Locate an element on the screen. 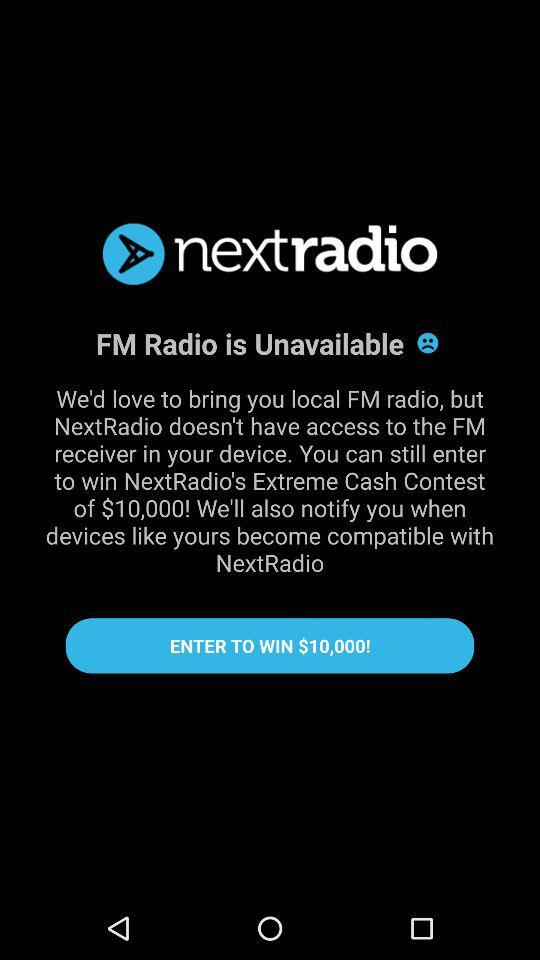 Image resolution: width=540 pixels, height=960 pixels. the item at the top is located at coordinates (270, 253).